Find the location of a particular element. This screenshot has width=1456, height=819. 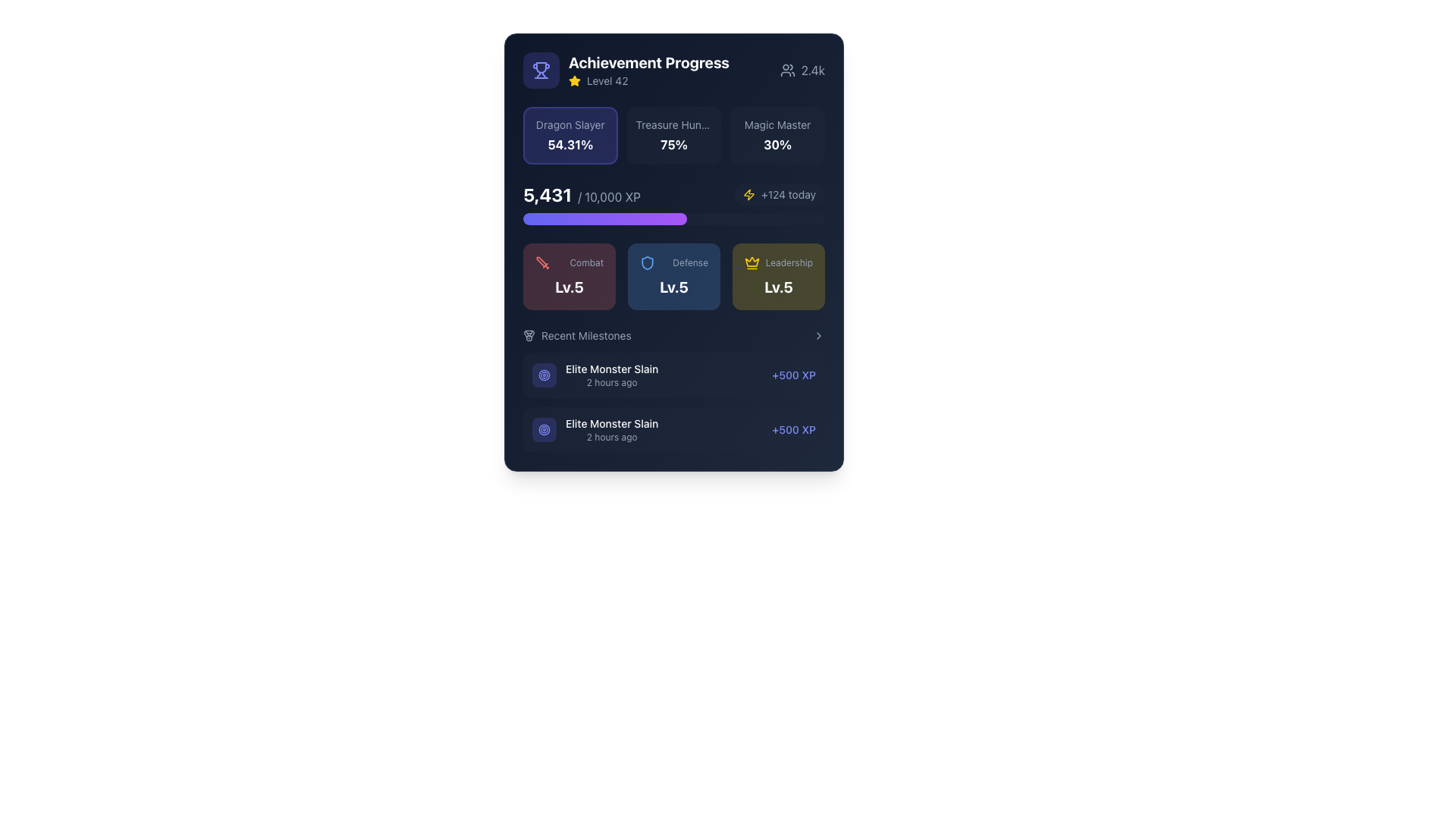

the 'Magic Master' label element, which is styled with subtle grey color and small font size, located in the top-right corner of its card is located at coordinates (777, 124).